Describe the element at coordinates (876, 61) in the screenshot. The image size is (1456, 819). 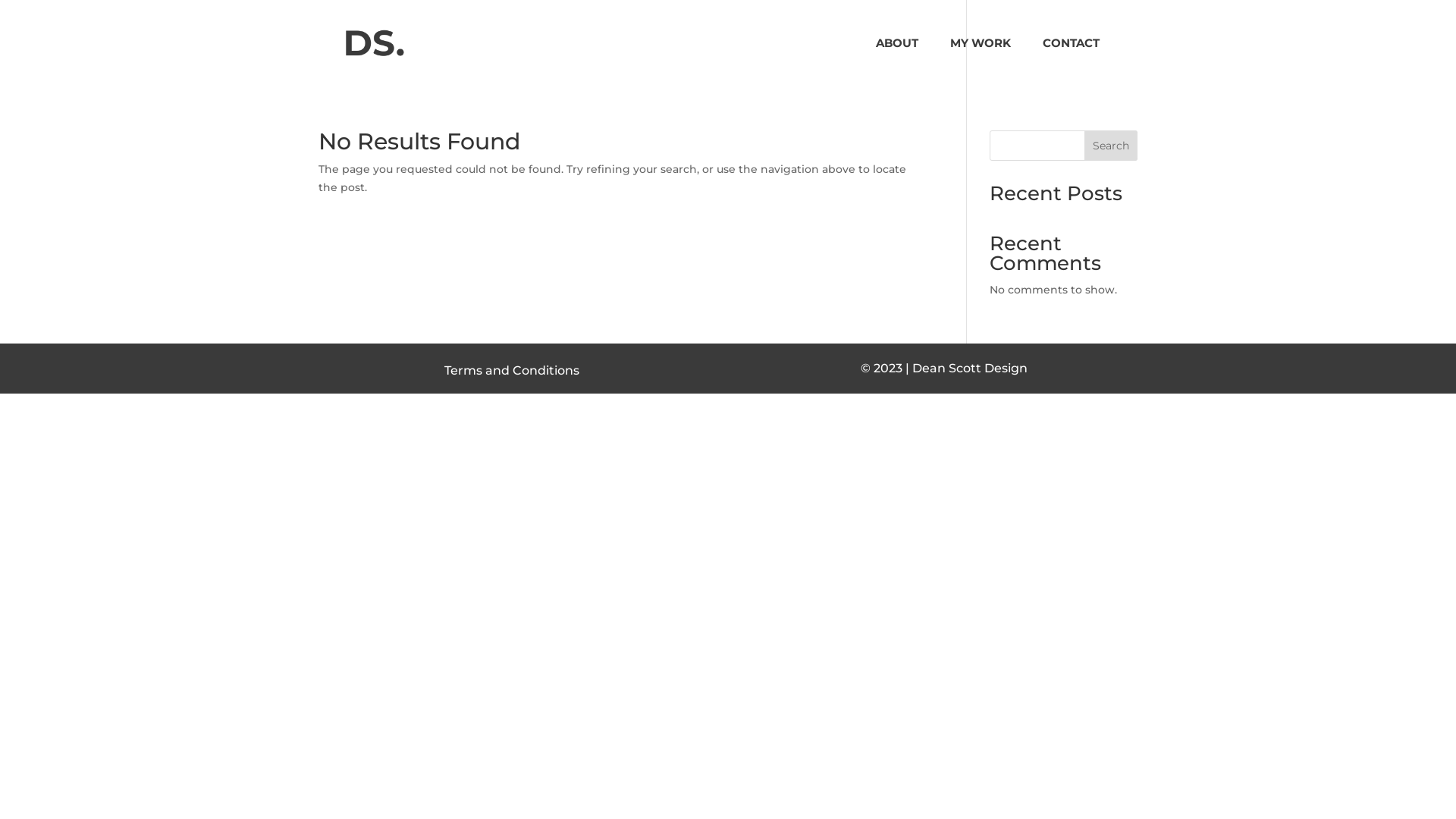
I see `'ABOUT'` at that location.